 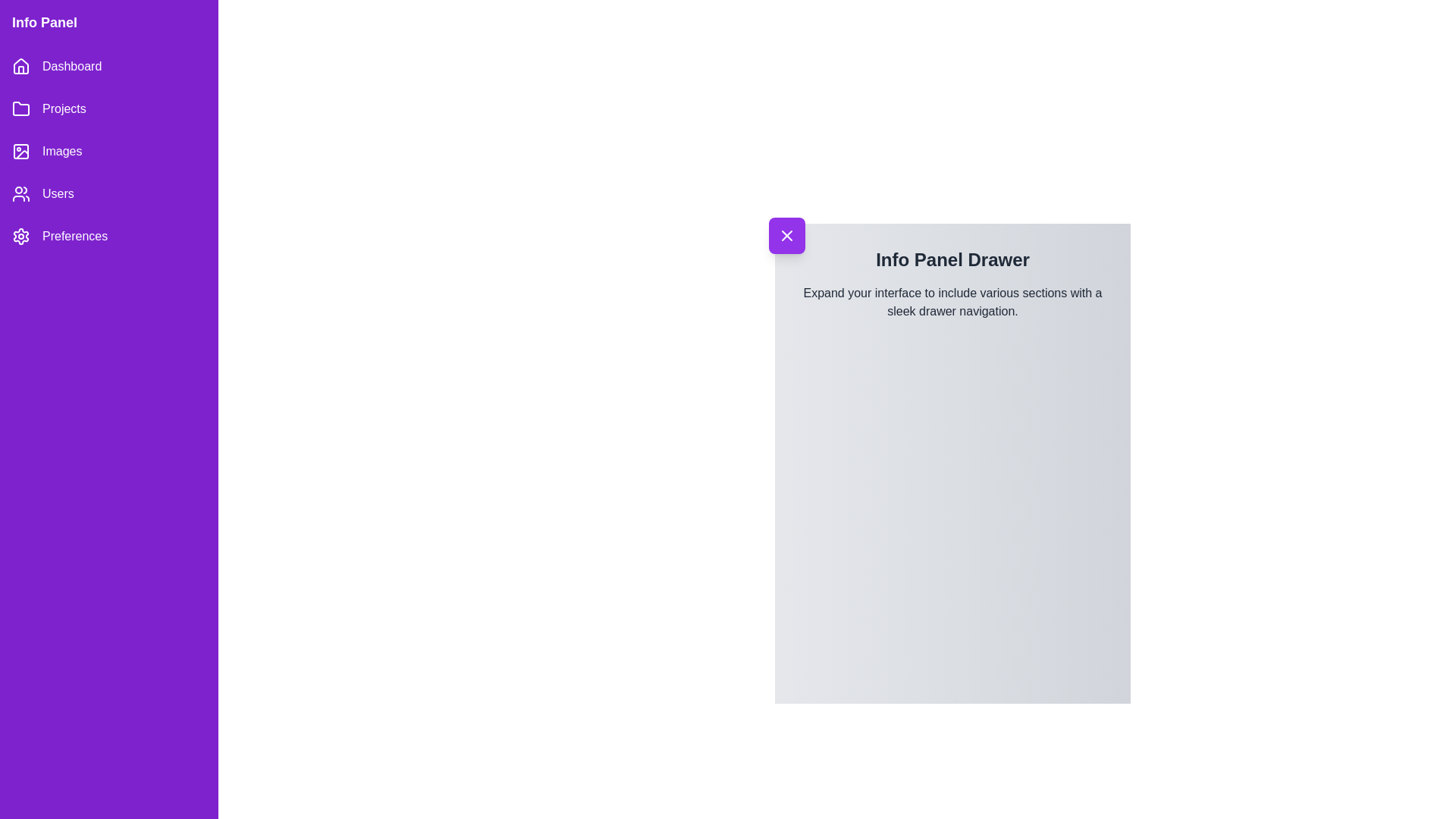 What do you see at coordinates (108, 193) in the screenshot?
I see `the menu item Users to observe its hover effect` at bounding box center [108, 193].